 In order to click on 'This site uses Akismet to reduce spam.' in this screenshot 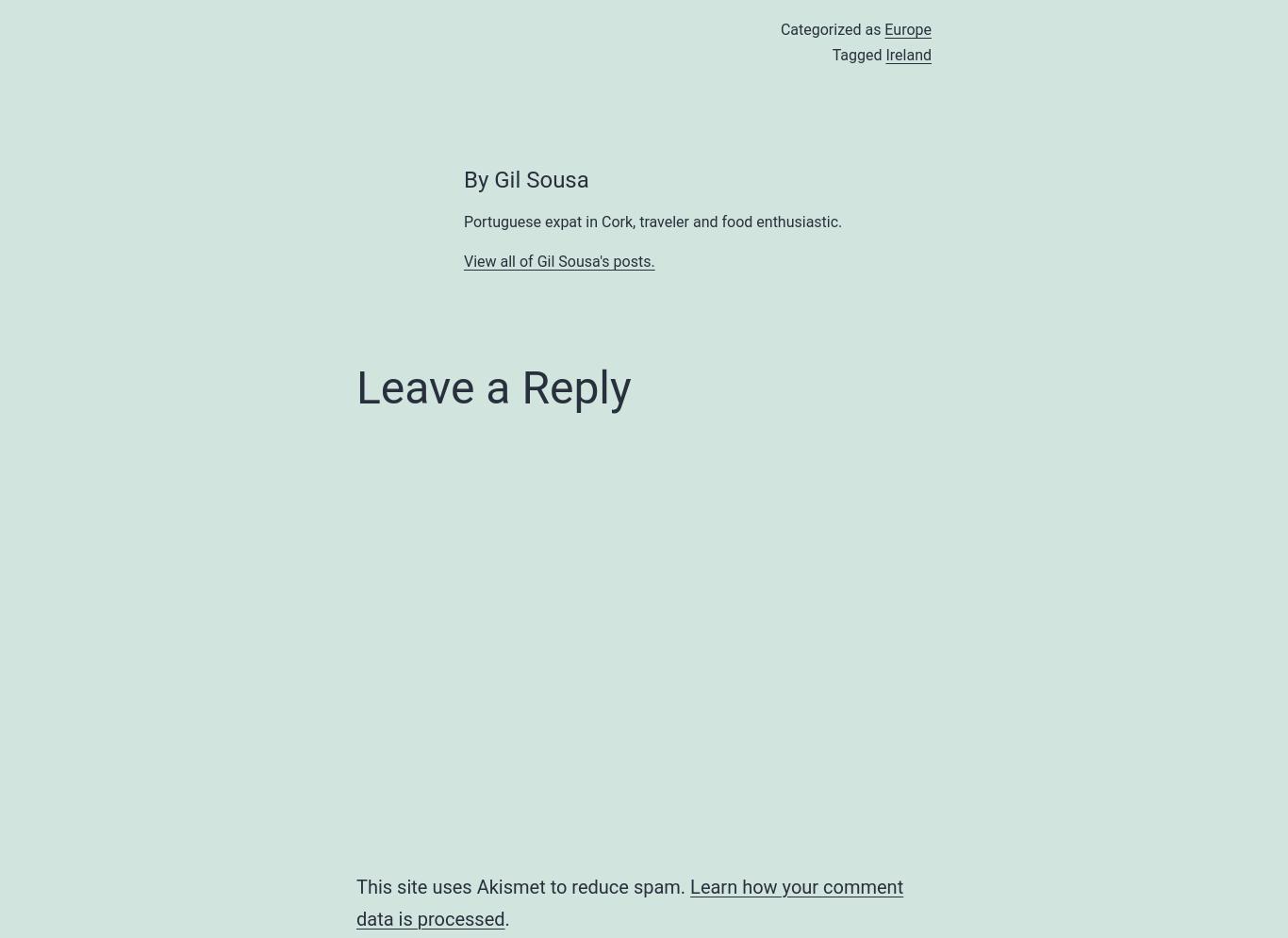, I will do `click(523, 885)`.